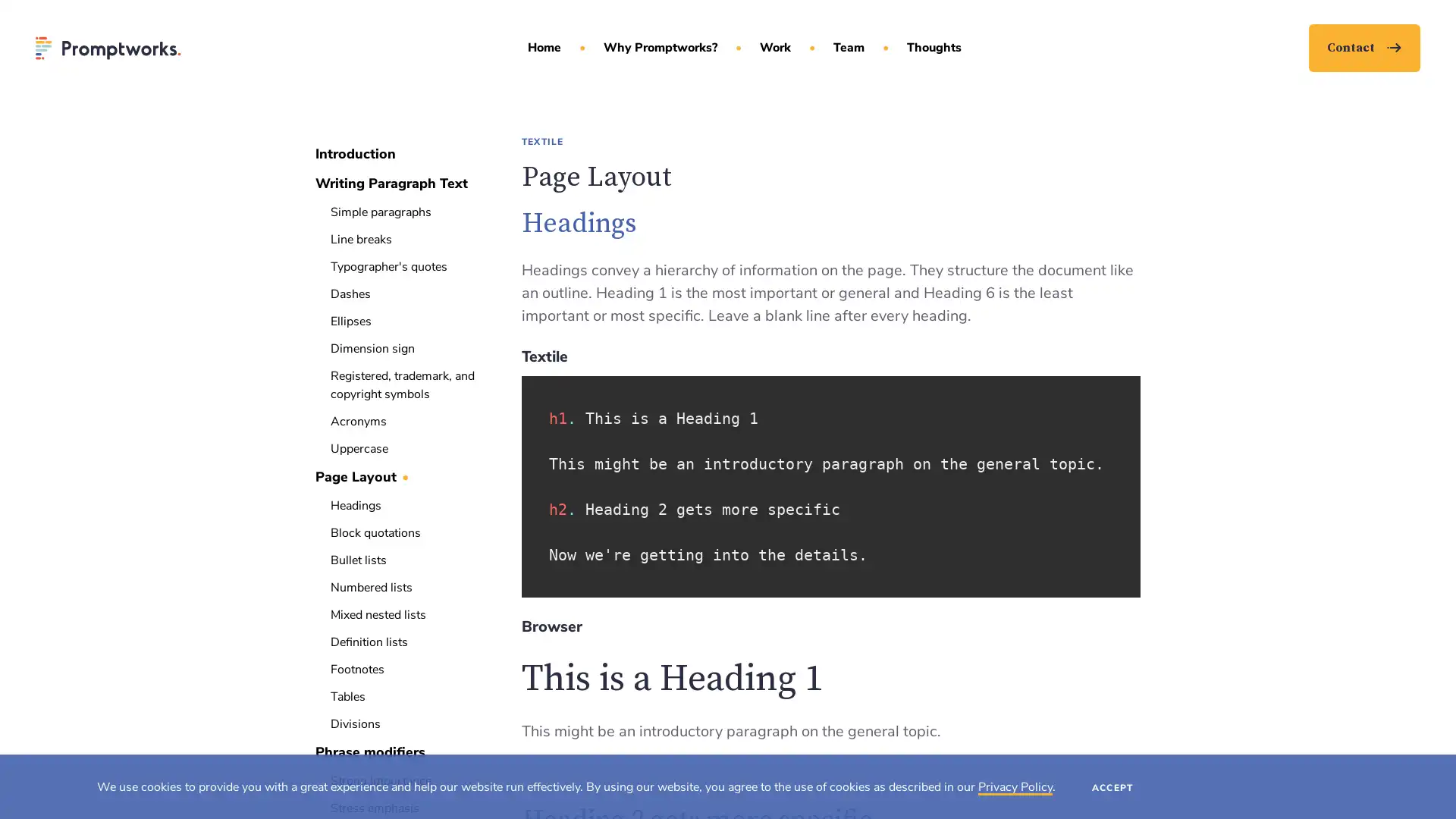 This screenshot has width=1456, height=819. I want to click on Work, so click(775, 49).